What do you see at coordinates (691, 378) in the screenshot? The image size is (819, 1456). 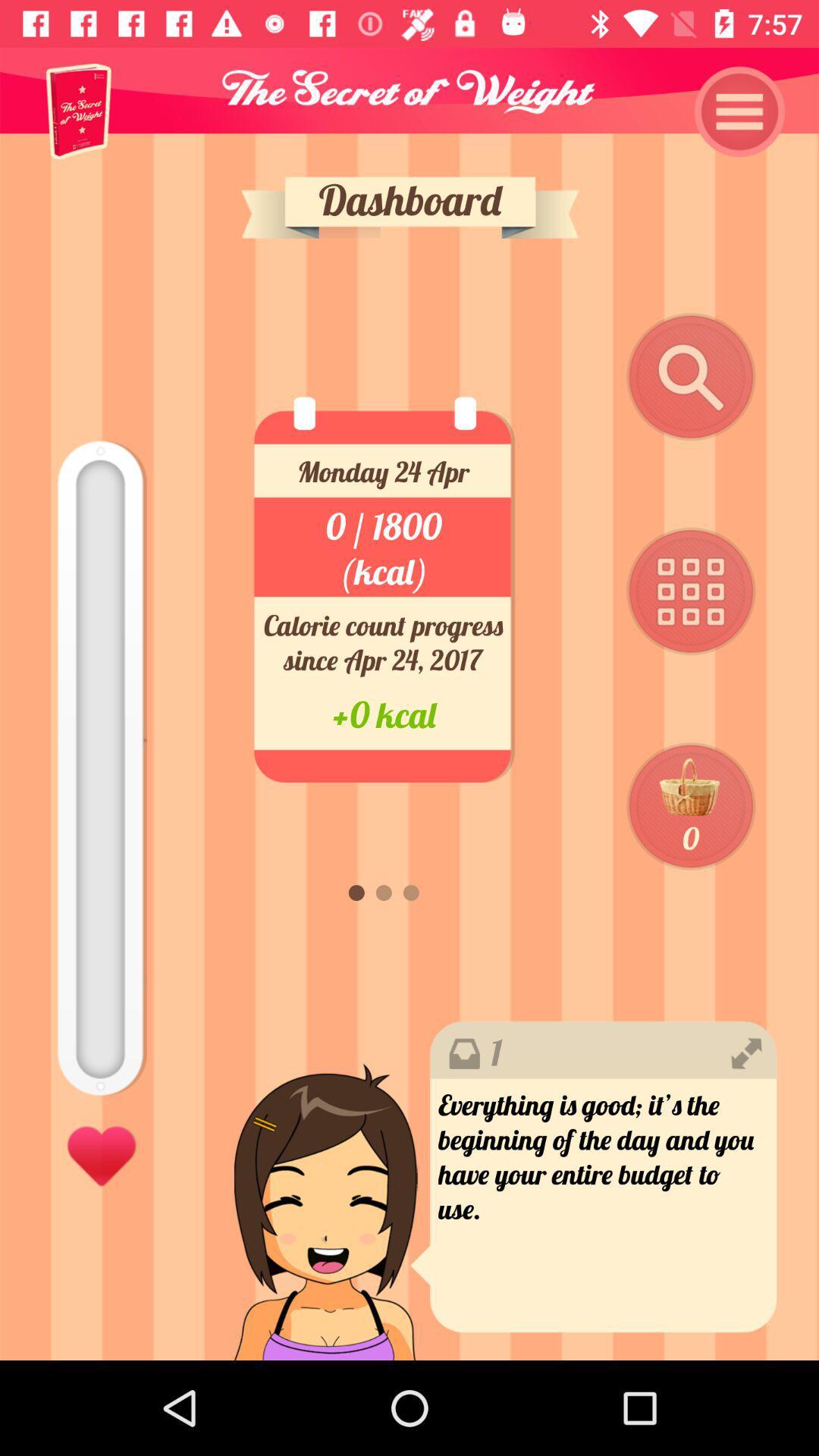 I see `the search icon` at bounding box center [691, 378].